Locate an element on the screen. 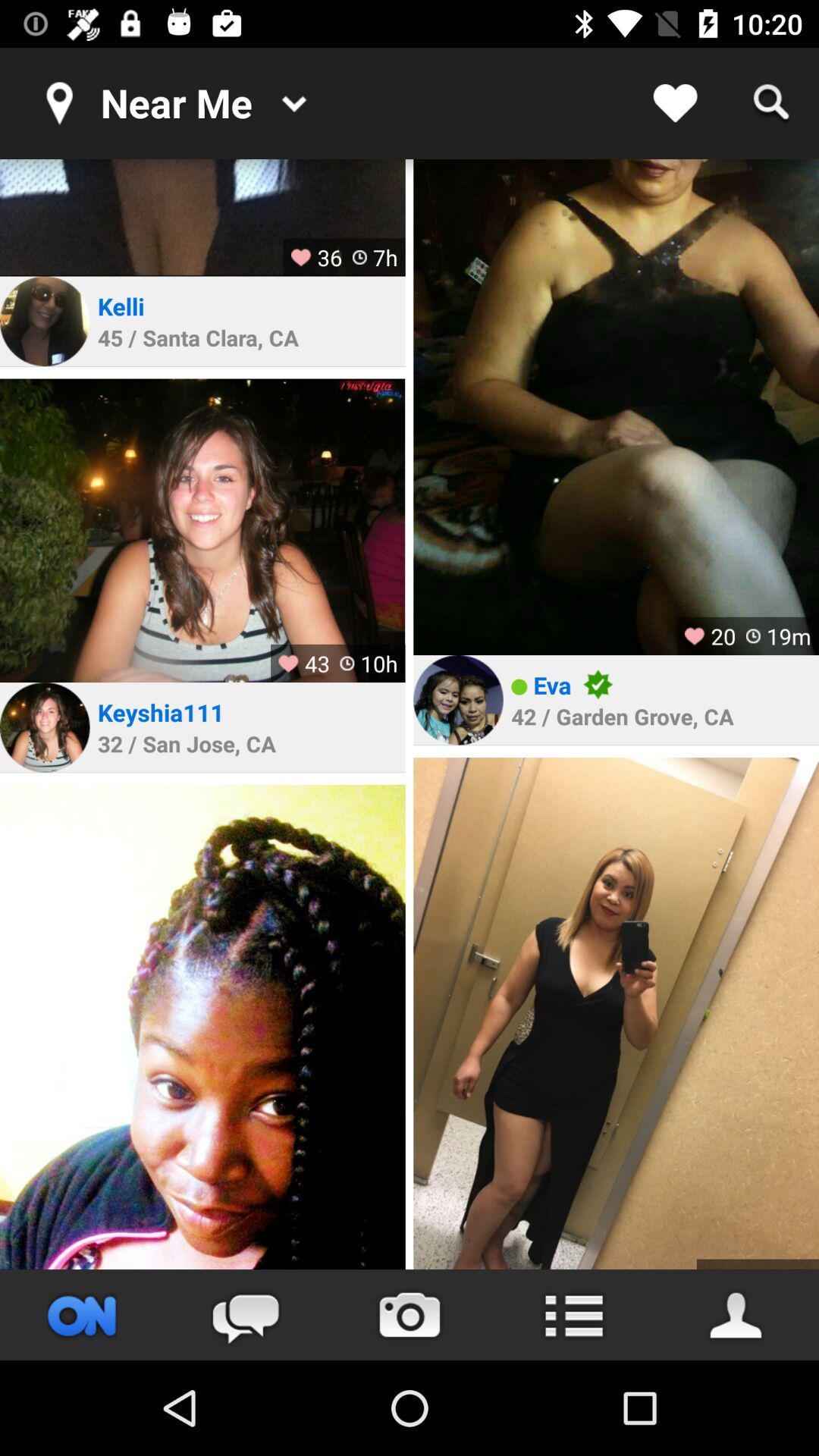 Image resolution: width=819 pixels, height=1456 pixels. contact person is located at coordinates (736, 1314).